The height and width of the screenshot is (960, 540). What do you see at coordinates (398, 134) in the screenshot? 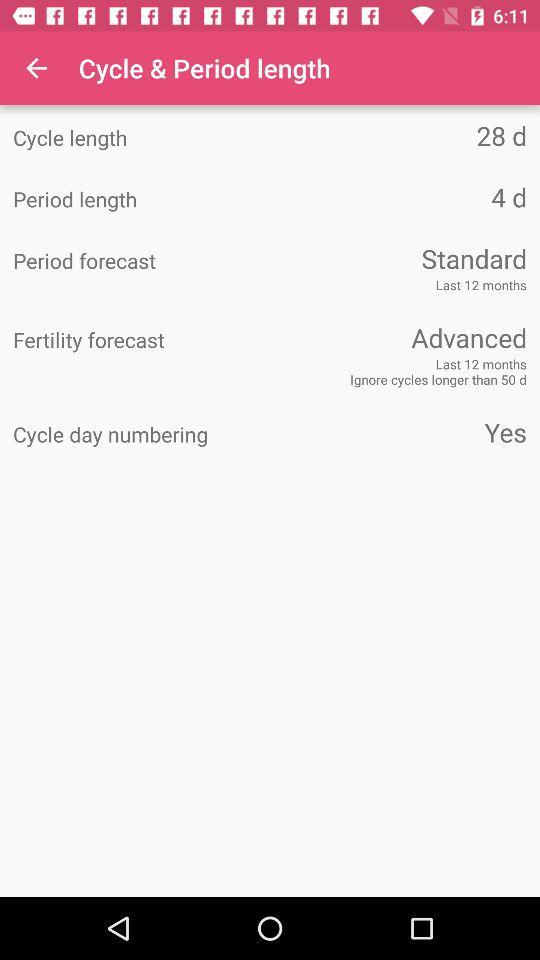
I see `the item next to cycle length item` at bounding box center [398, 134].